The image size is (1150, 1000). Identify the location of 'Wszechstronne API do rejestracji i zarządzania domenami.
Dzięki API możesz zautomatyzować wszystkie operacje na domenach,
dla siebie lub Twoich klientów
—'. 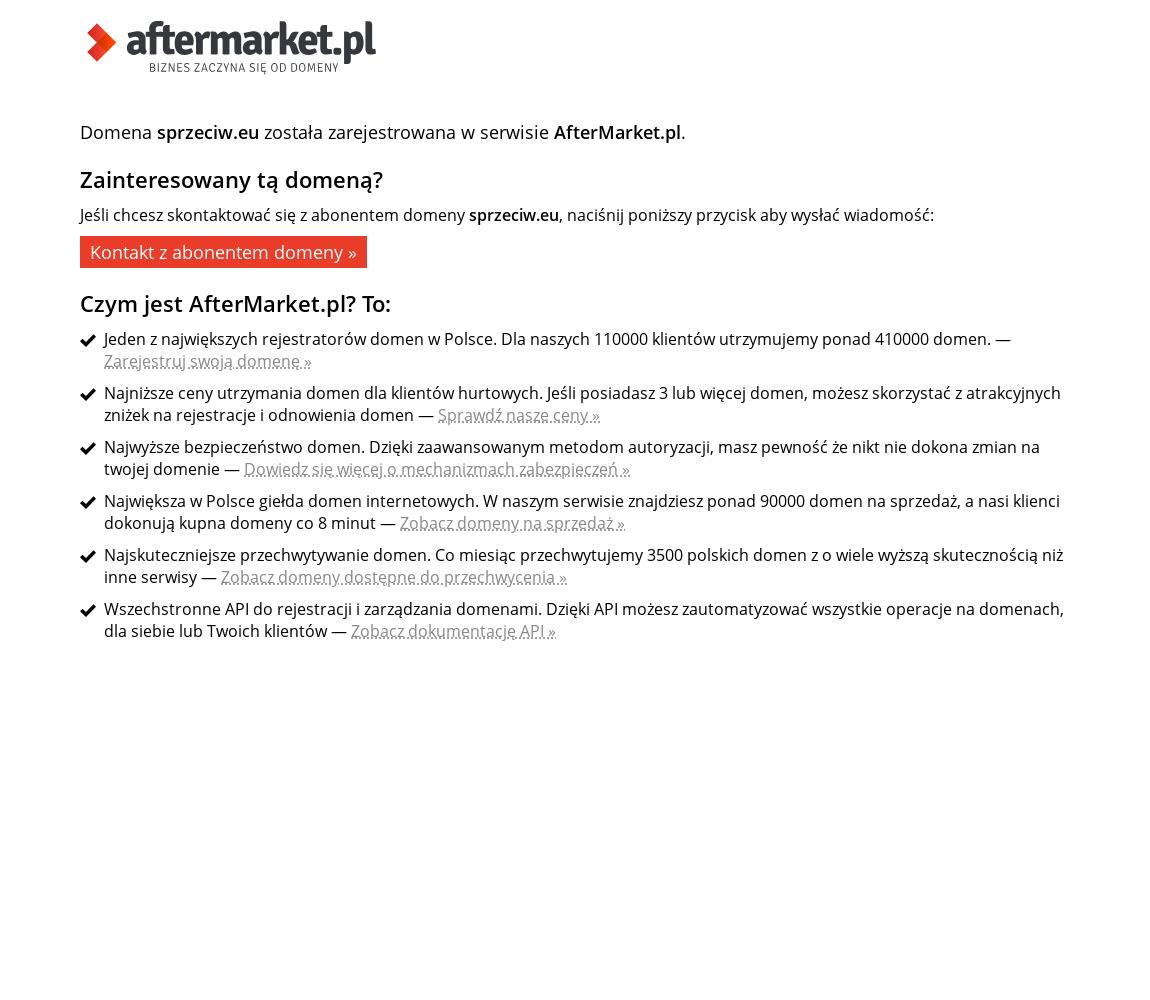
(582, 619).